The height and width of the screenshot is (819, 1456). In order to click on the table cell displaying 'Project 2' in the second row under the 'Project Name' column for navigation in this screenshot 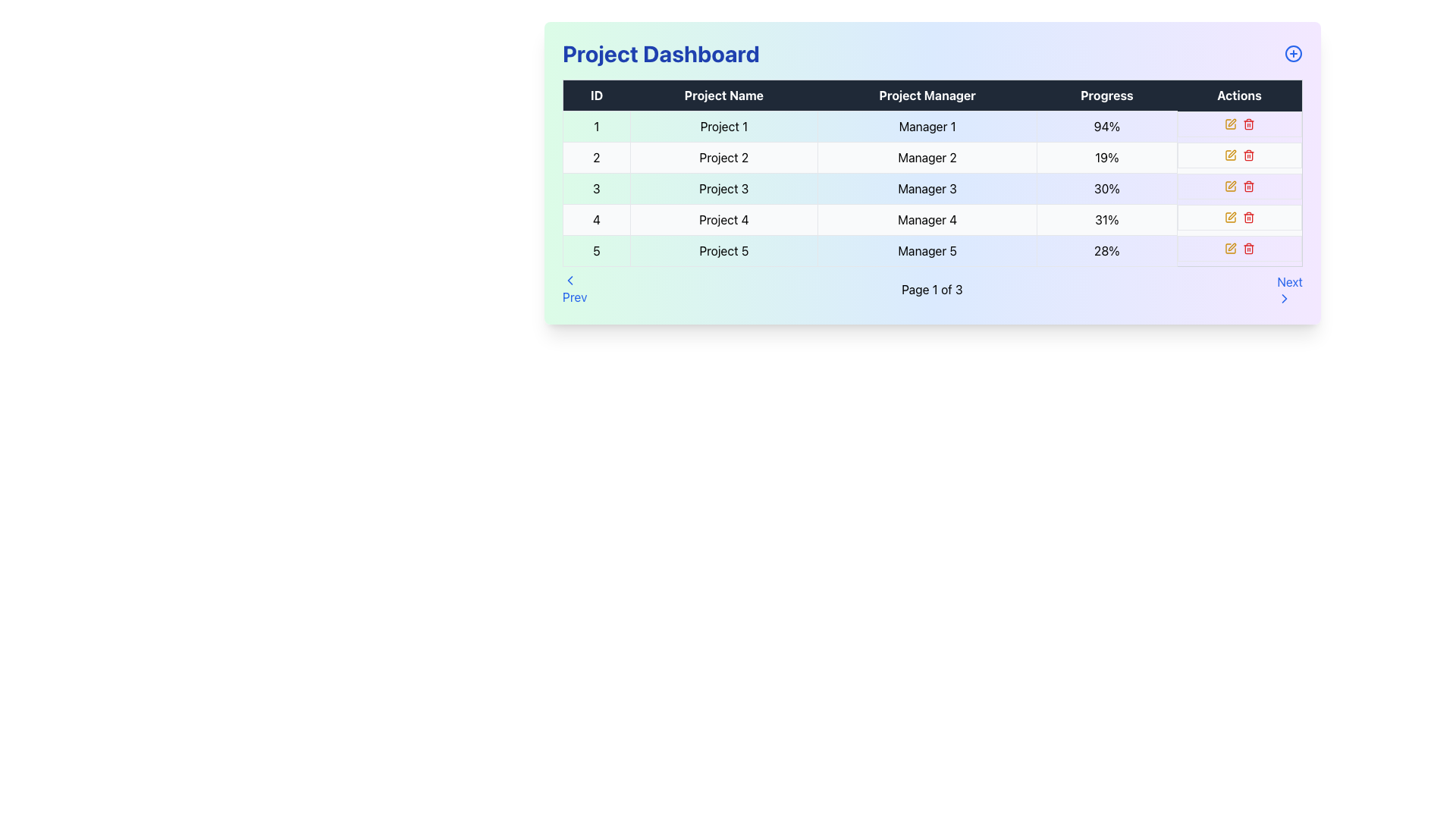, I will do `click(723, 158)`.